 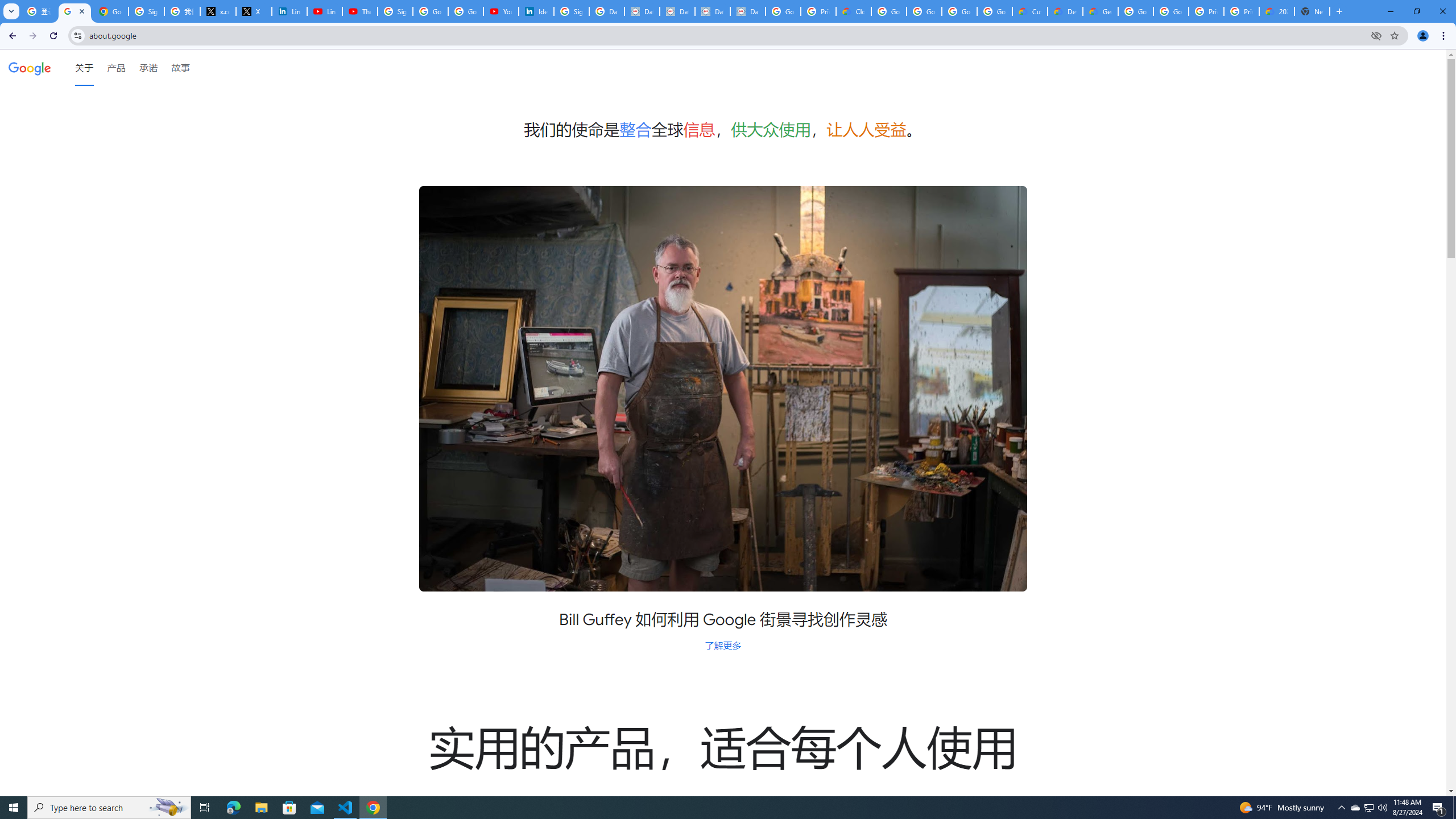 I want to click on 'LinkedIn - YouTube', so click(x=324, y=11).